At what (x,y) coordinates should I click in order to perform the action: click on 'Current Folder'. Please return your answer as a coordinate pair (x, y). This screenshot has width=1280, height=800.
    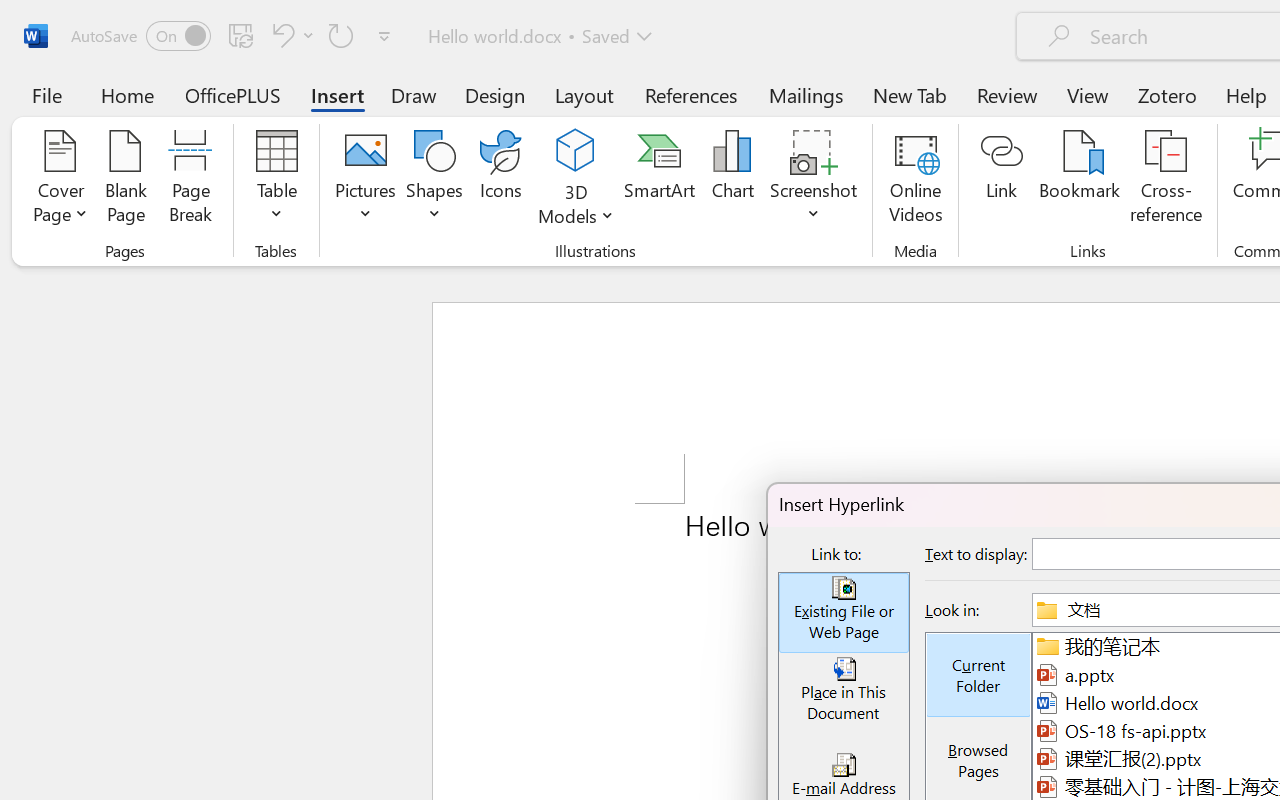
    Looking at the image, I should click on (977, 675).